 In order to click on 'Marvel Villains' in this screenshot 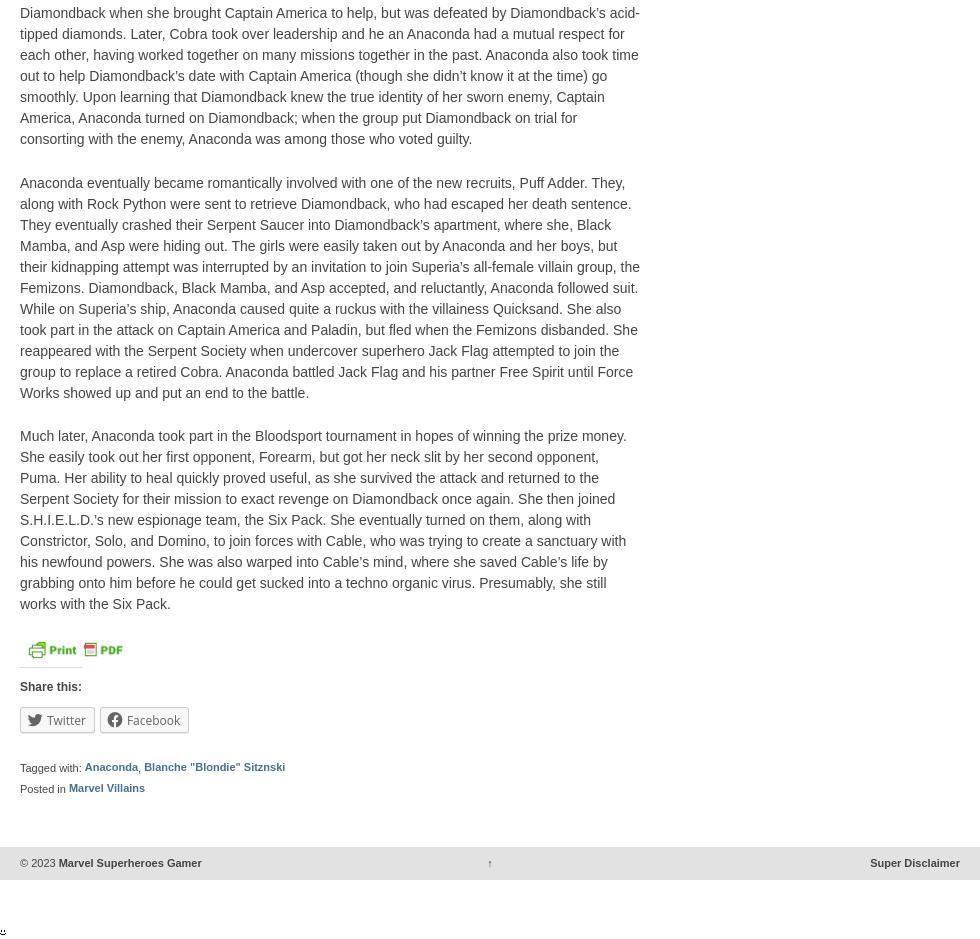, I will do `click(106, 787)`.